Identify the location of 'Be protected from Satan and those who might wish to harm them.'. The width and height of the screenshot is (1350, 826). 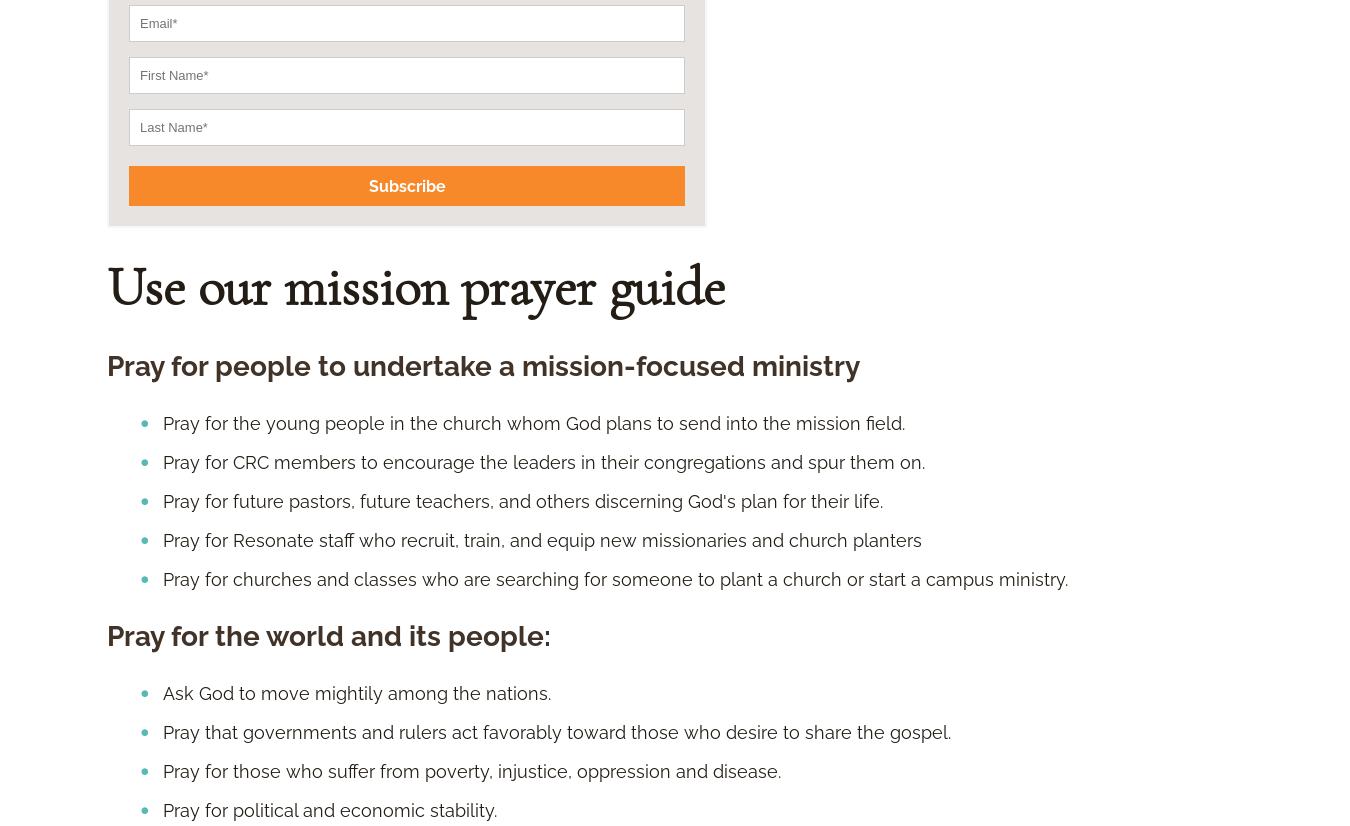
(446, 194).